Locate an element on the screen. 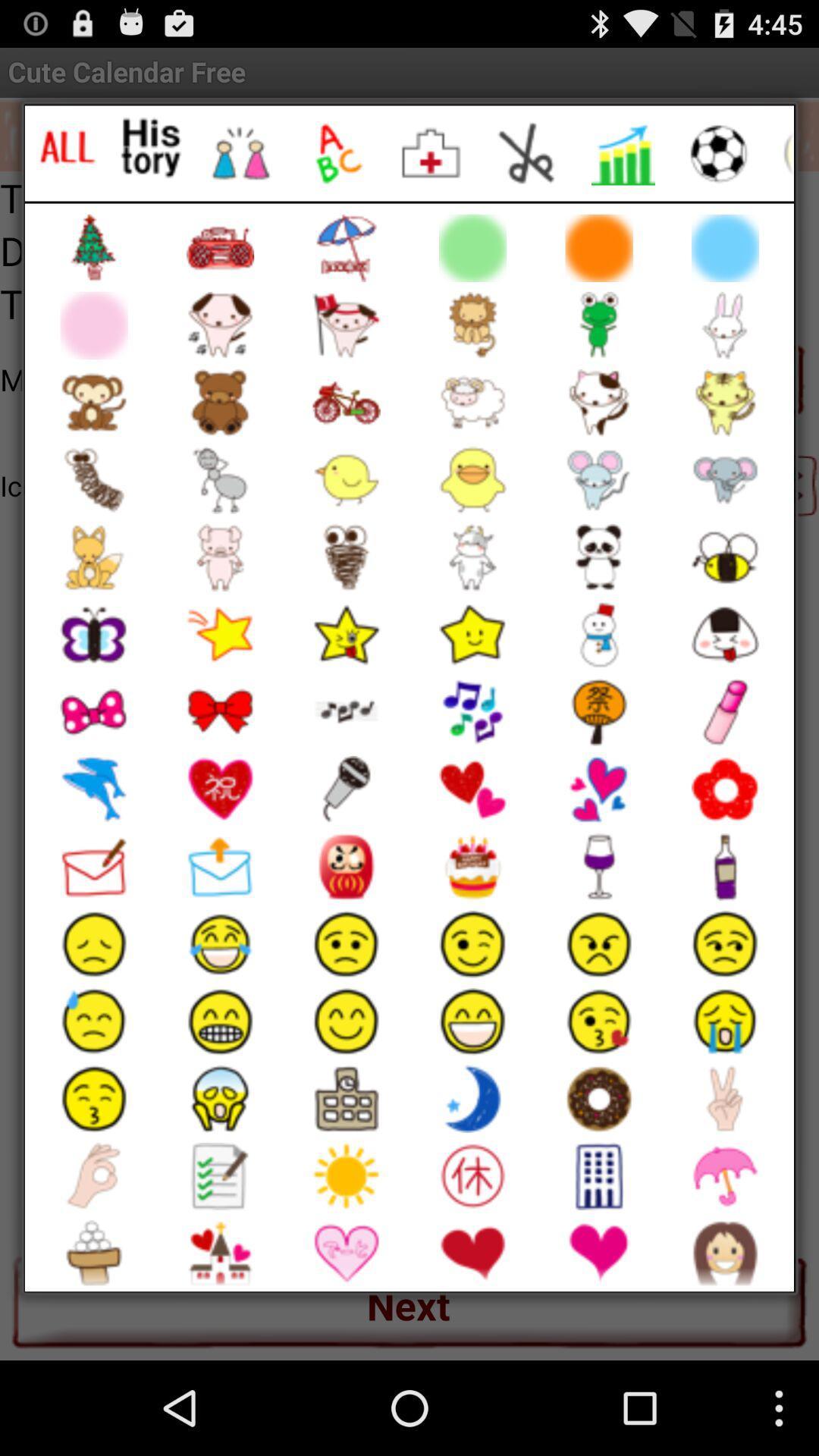 Image resolution: width=819 pixels, height=1456 pixels. history is located at coordinates (151, 148).